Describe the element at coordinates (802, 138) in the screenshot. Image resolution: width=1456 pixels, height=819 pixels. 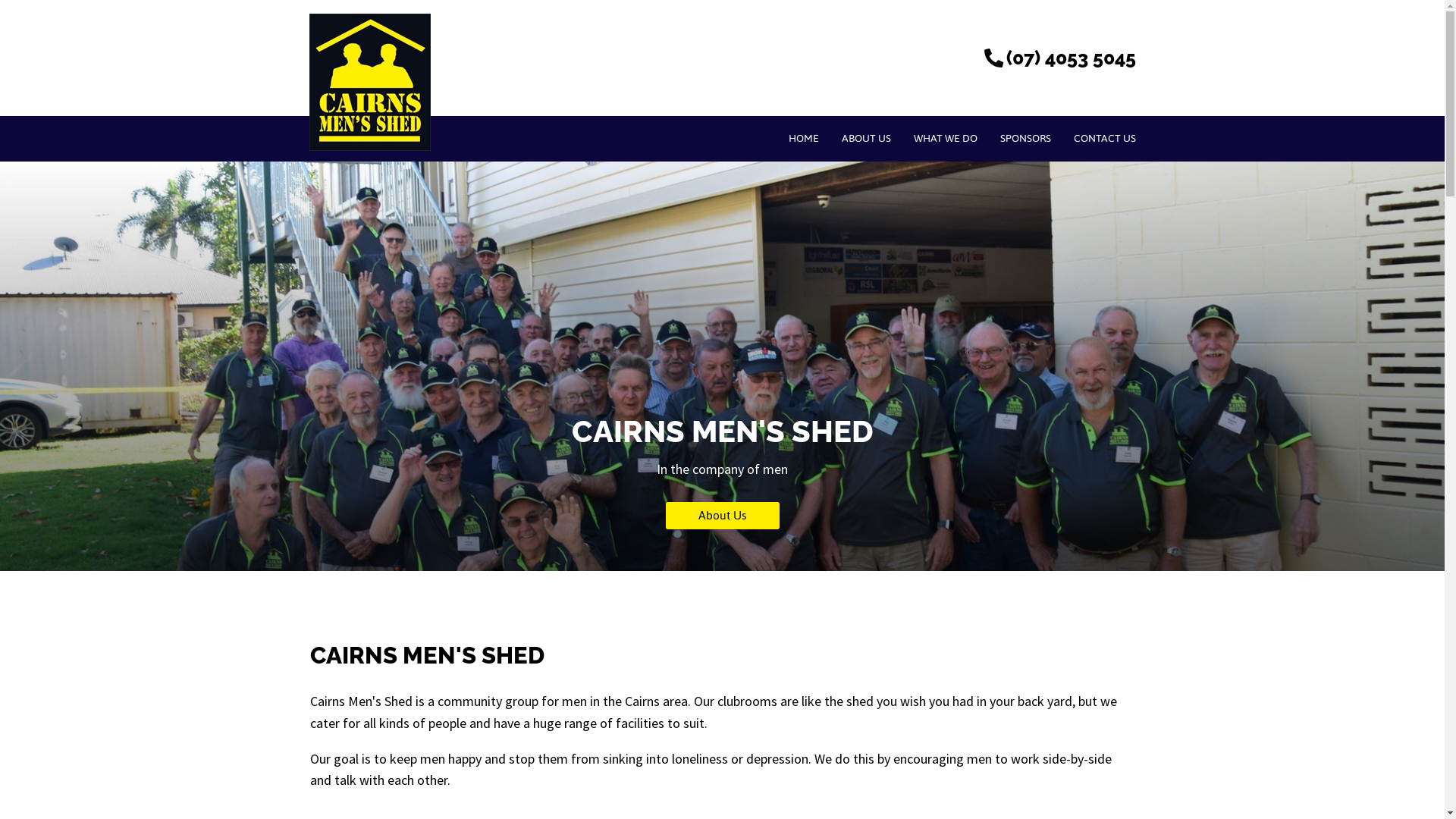
I see `'HOME'` at that location.